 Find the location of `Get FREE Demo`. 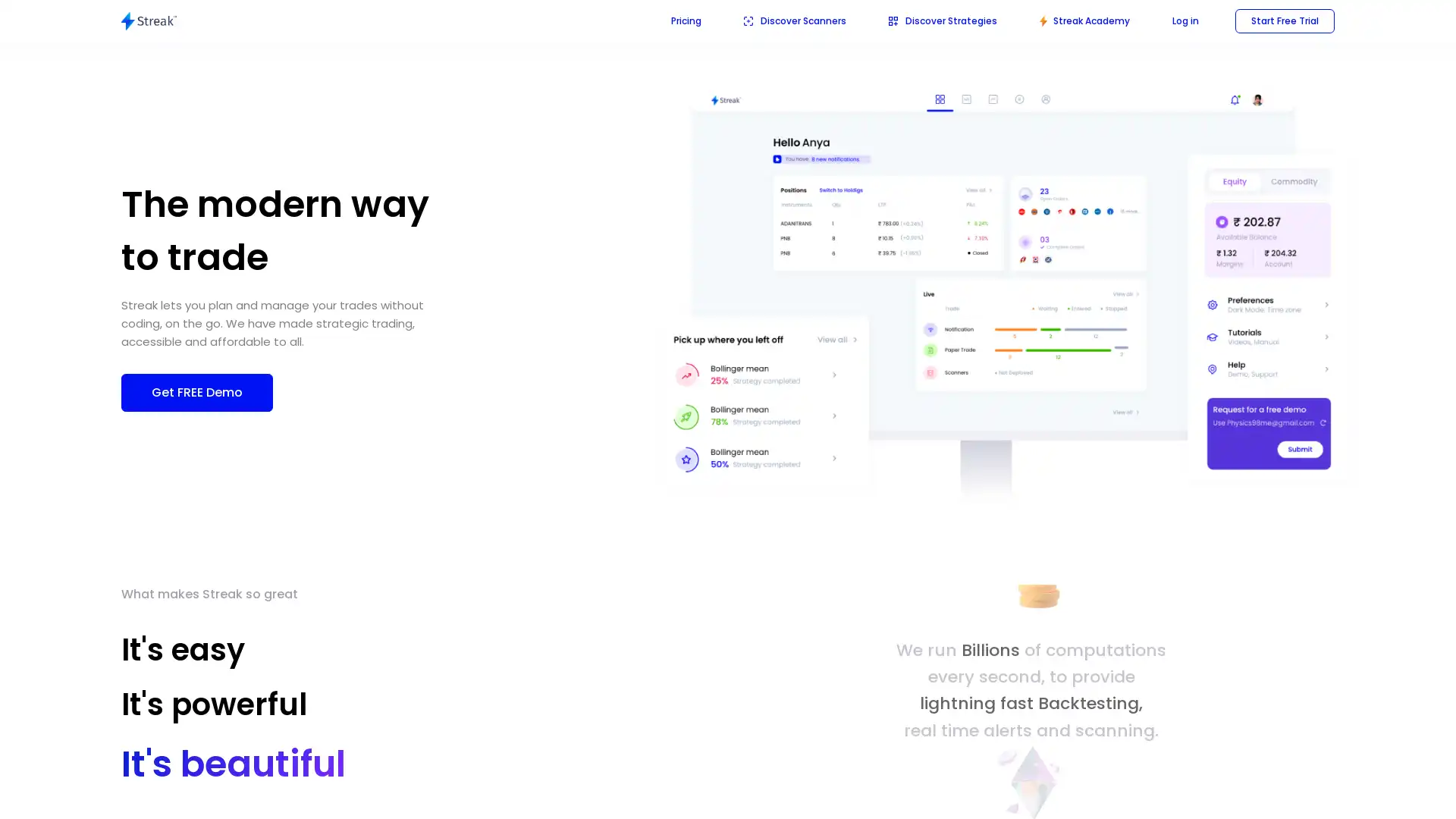

Get FREE Demo is located at coordinates (196, 391).